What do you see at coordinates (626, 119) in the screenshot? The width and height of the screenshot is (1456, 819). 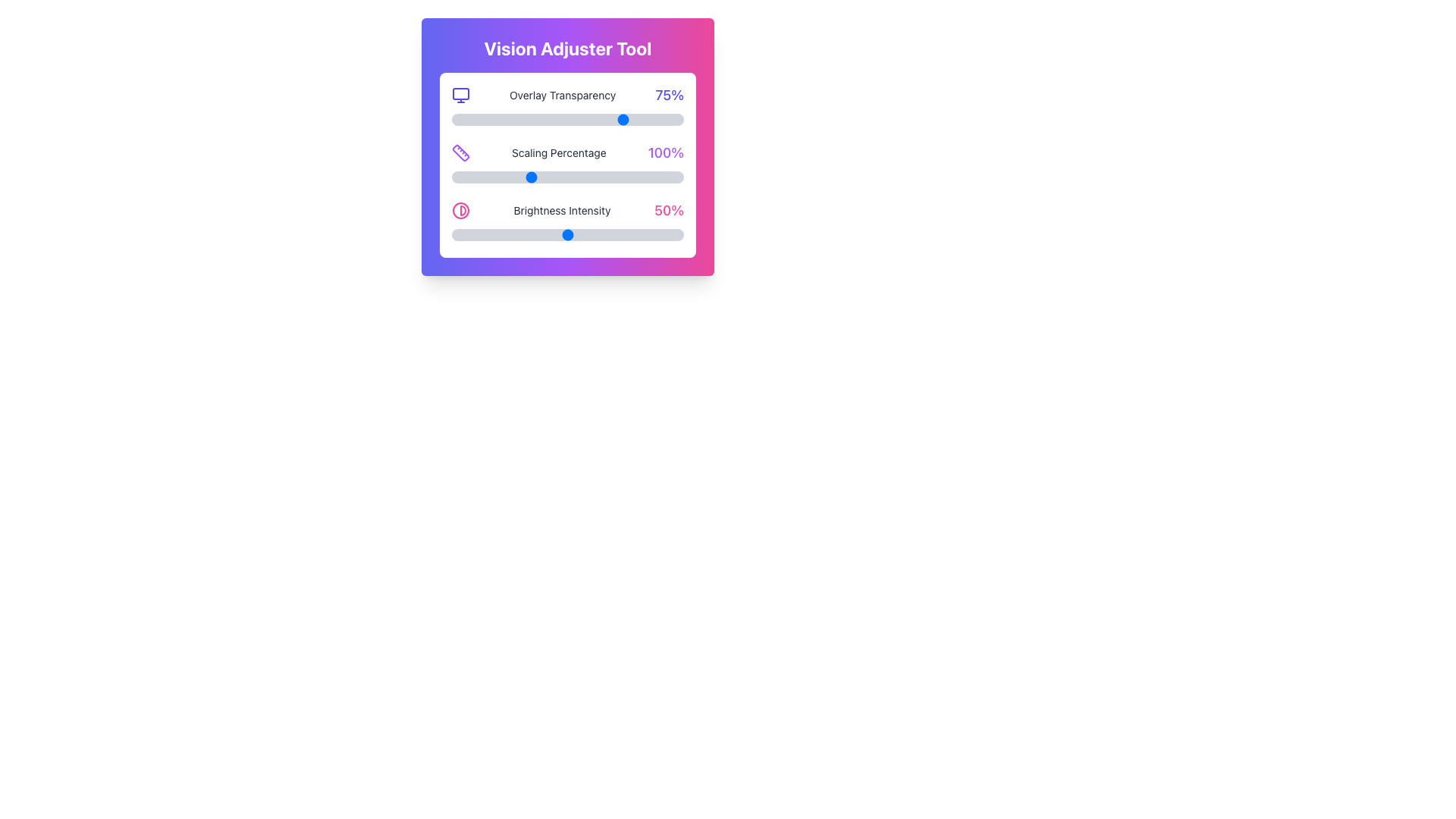 I see `the Overlay Transparency slider` at bounding box center [626, 119].